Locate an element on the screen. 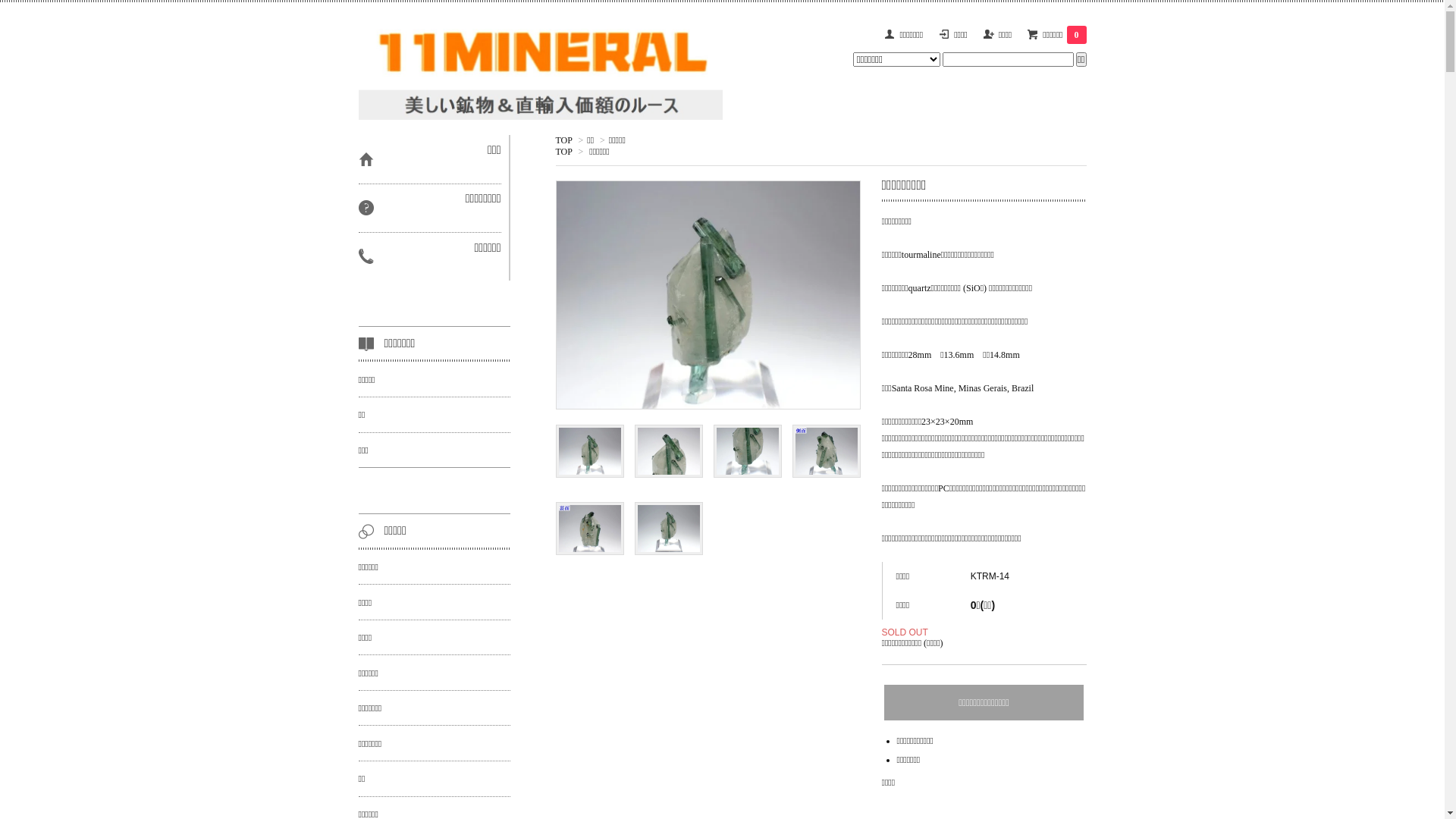 This screenshot has height=819, width=1456. 'TOP' is located at coordinates (554, 152).